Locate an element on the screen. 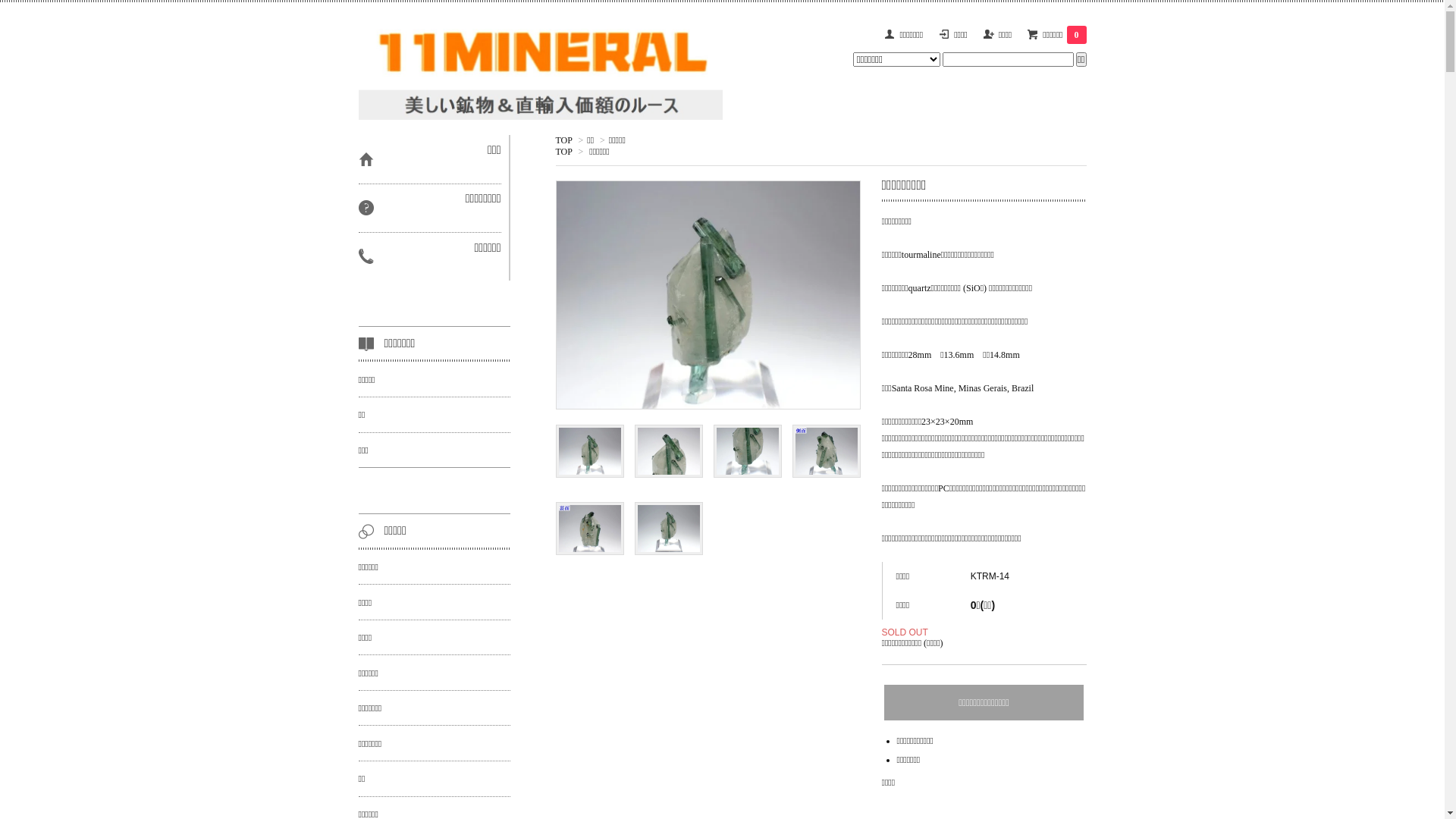 This screenshot has height=819, width=1456. 'TOP' is located at coordinates (554, 152).